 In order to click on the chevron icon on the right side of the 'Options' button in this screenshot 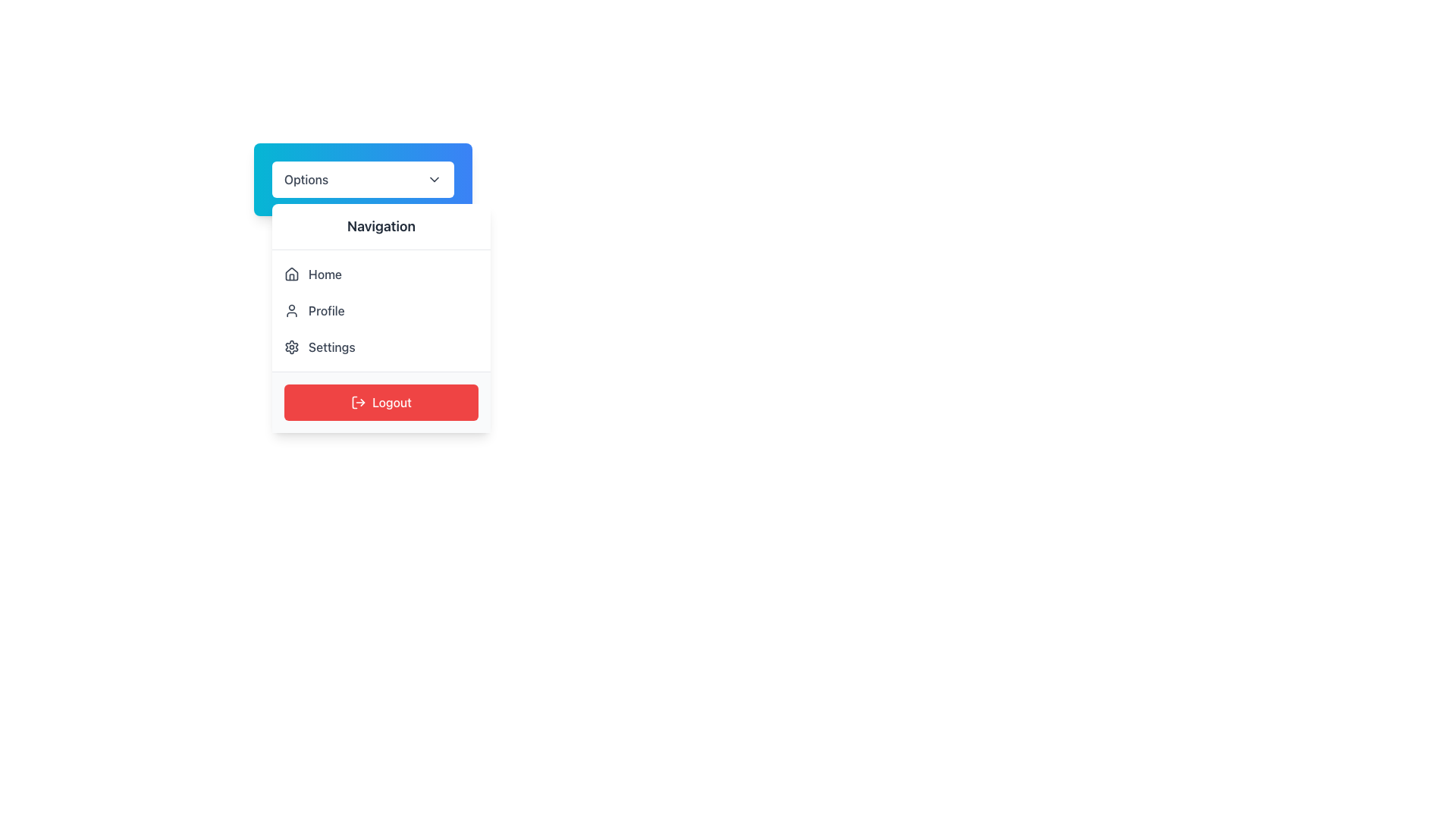, I will do `click(433, 178)`.